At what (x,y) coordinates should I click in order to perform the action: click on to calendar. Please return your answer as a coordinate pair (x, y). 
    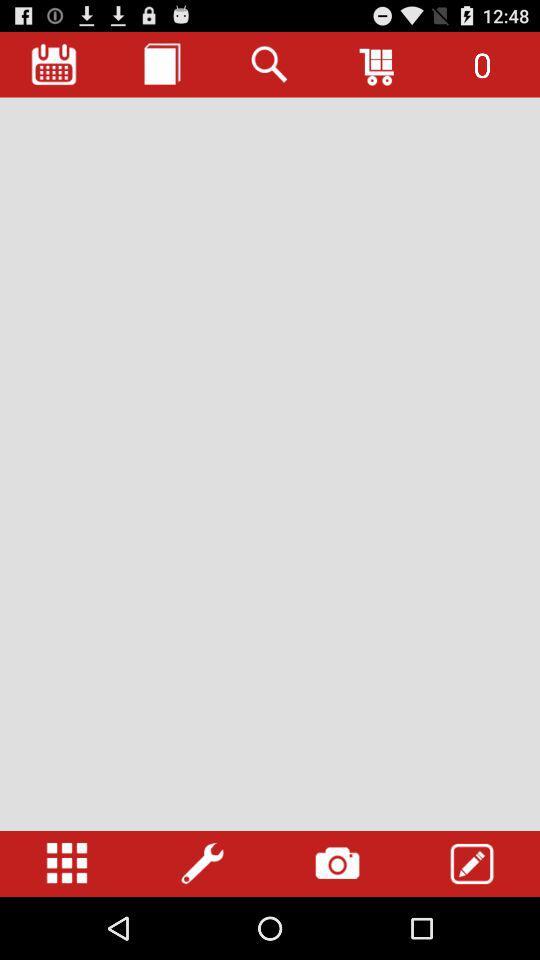
    Looking at the image, I should click on (54, 64).